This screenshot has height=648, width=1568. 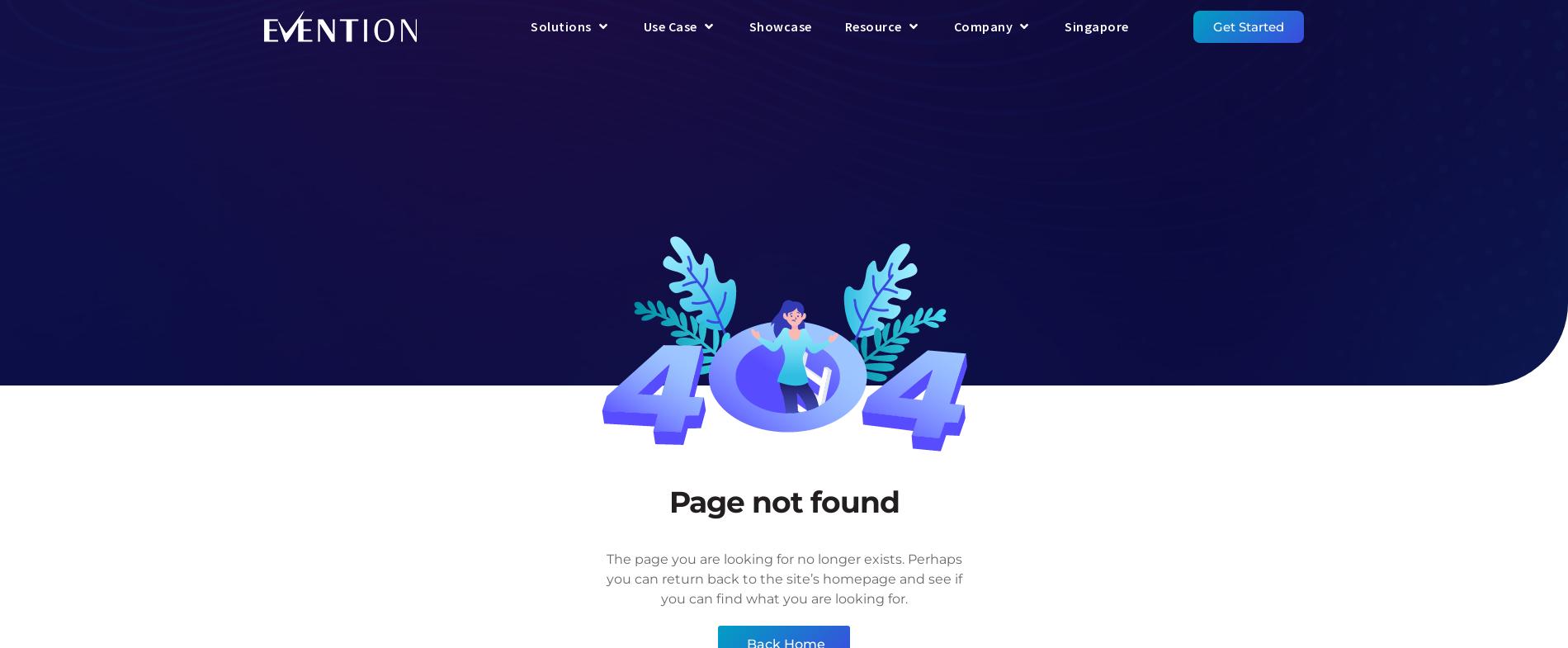 I want to click on 'Privacy Policy', so click(x=1015, y=215).